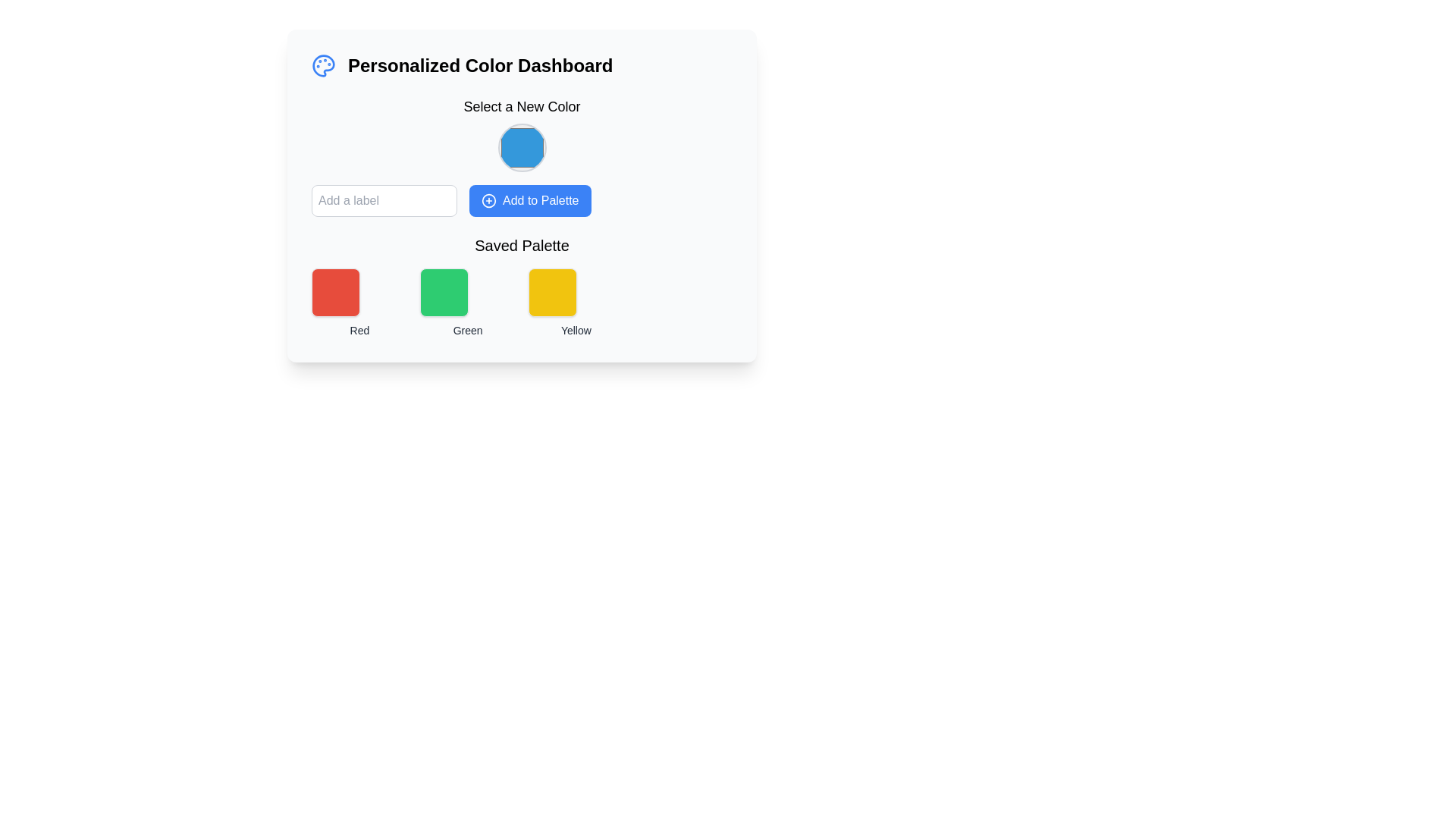  I want to click on the text label that identifies the red color swatch, so click(359, 329).